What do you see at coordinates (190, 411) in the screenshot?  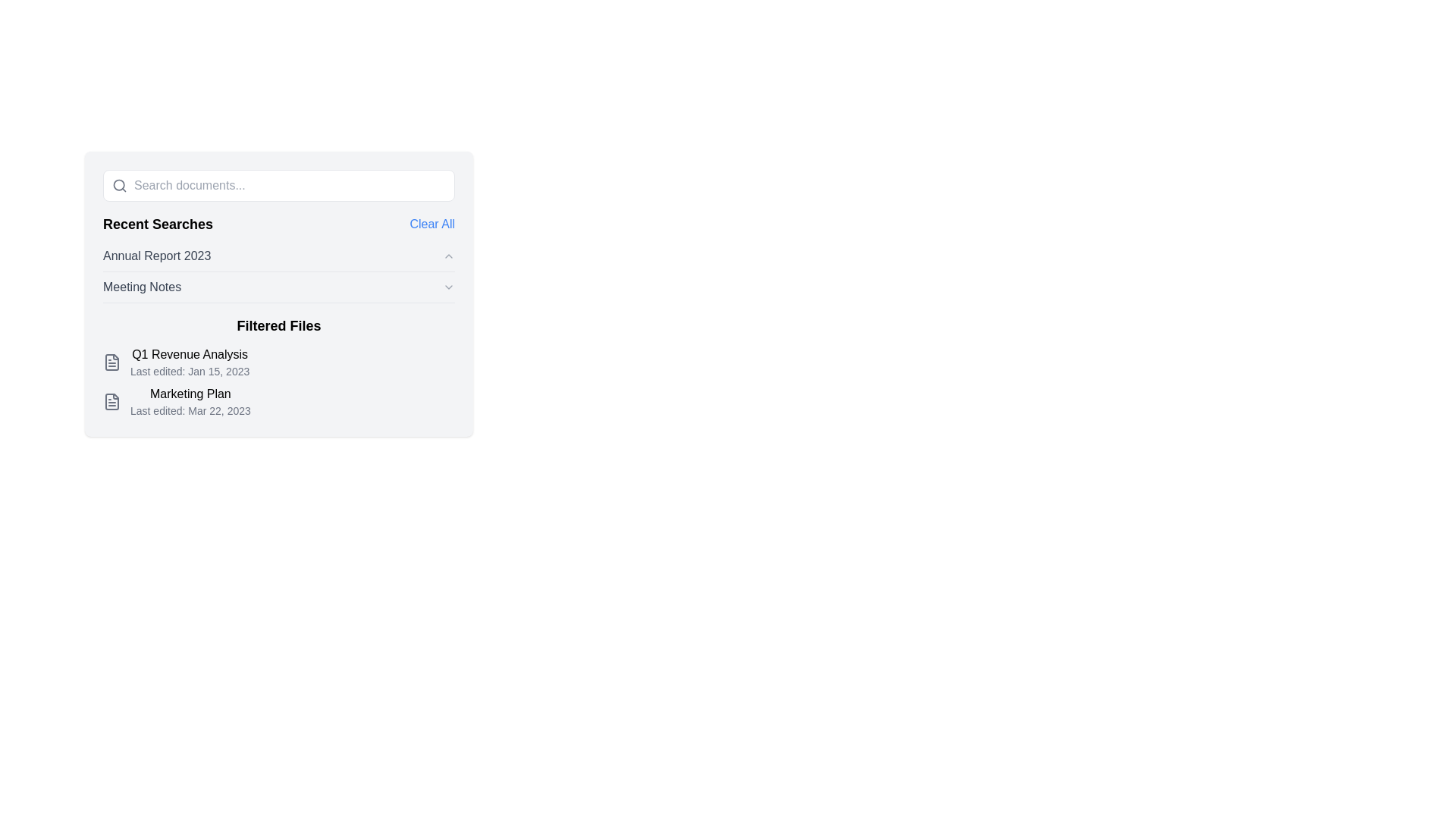 I see `the static text label displaying 'Last edited: Mar 22, 2023', which is positioned beneath the 'Marketing Plan' heading in the 'Filtered Files' section` at bounding box center [190, 411].